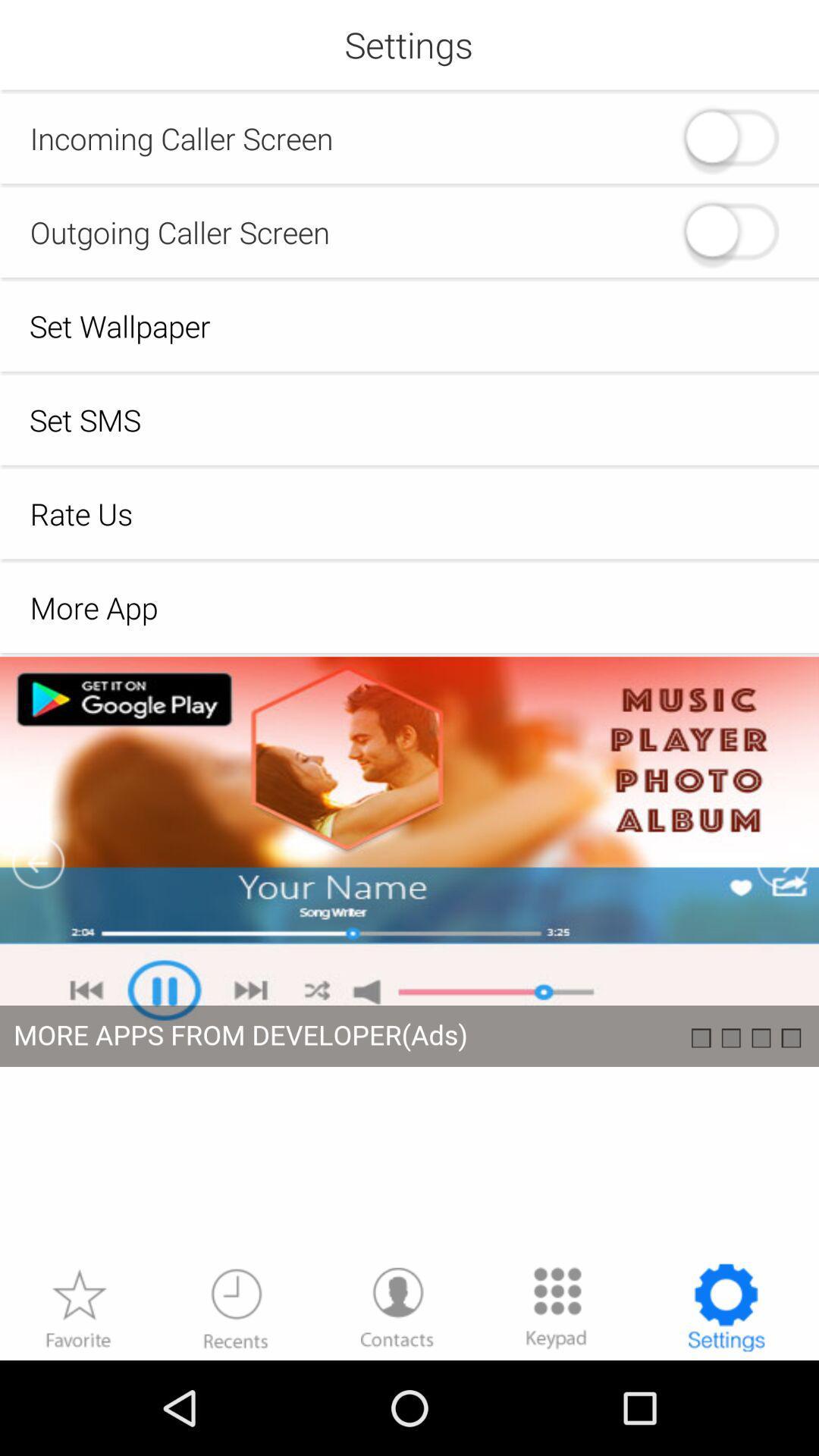  Describe the element at coordinates (397, 1307) in the screenshot. I see `contacts` at that location.